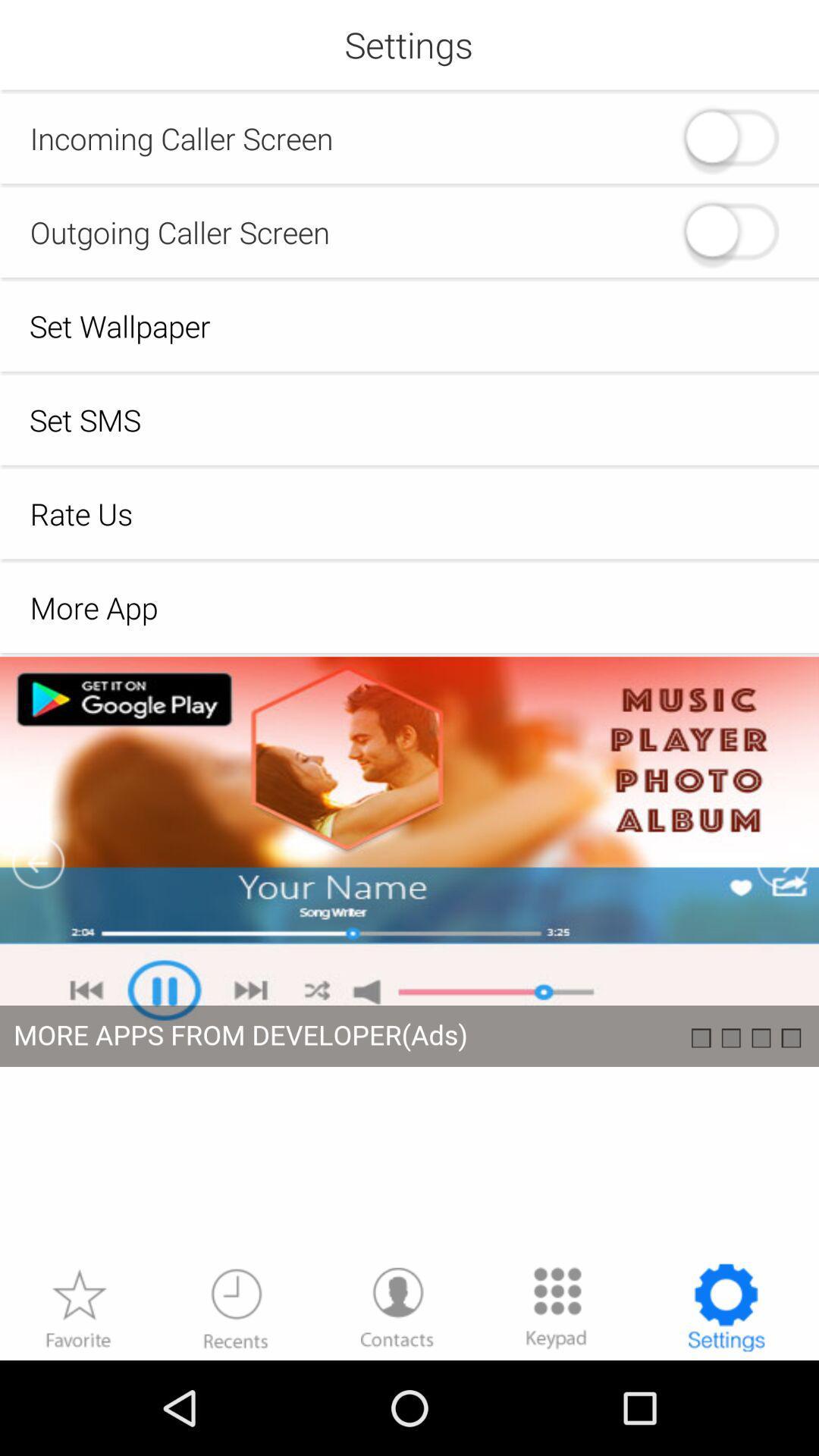  Describe the element at coordinates (397, 1307) in the screenshot. I see `contacts` at that location.